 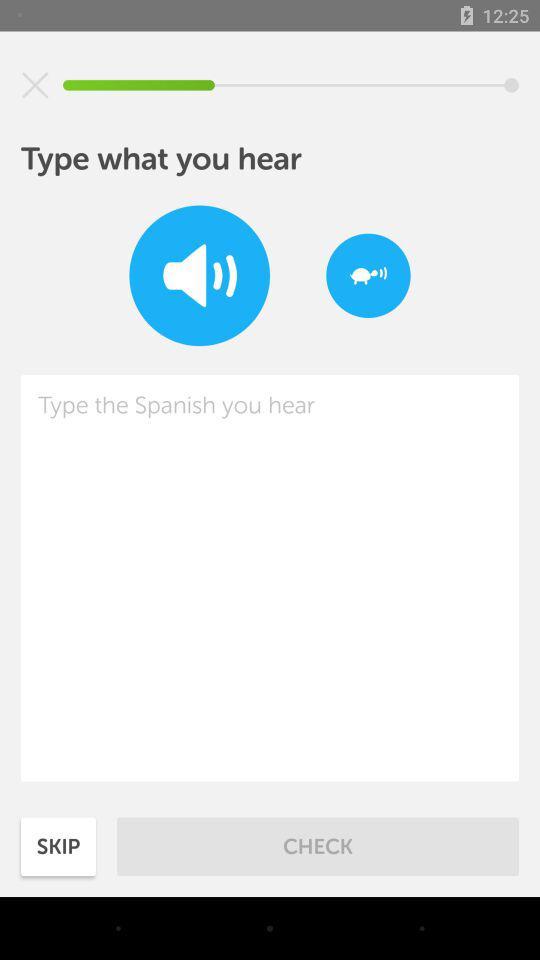 I want to click on check item, so click(x=318, y=845).